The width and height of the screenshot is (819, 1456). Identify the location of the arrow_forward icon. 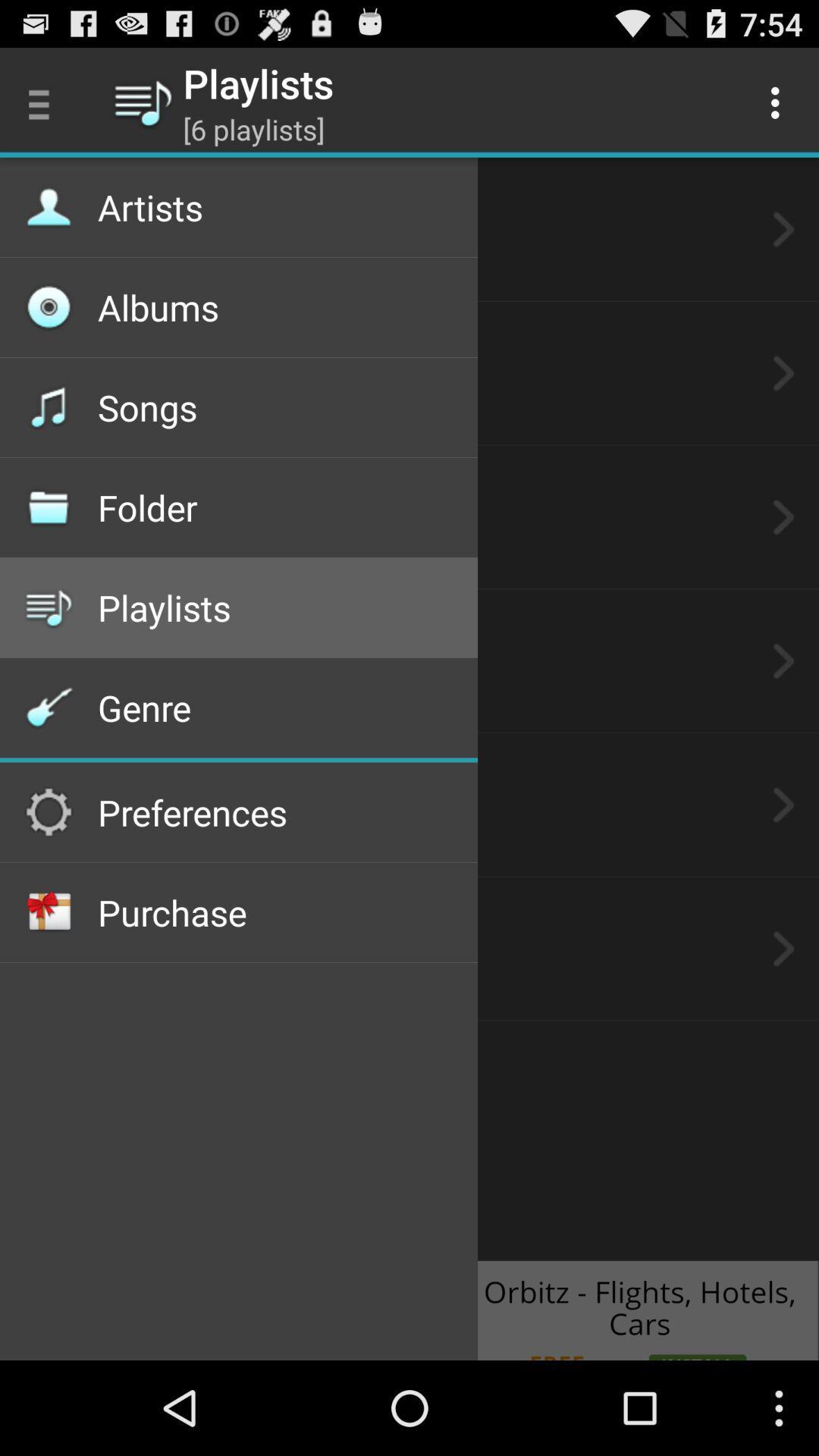
(753, 706).